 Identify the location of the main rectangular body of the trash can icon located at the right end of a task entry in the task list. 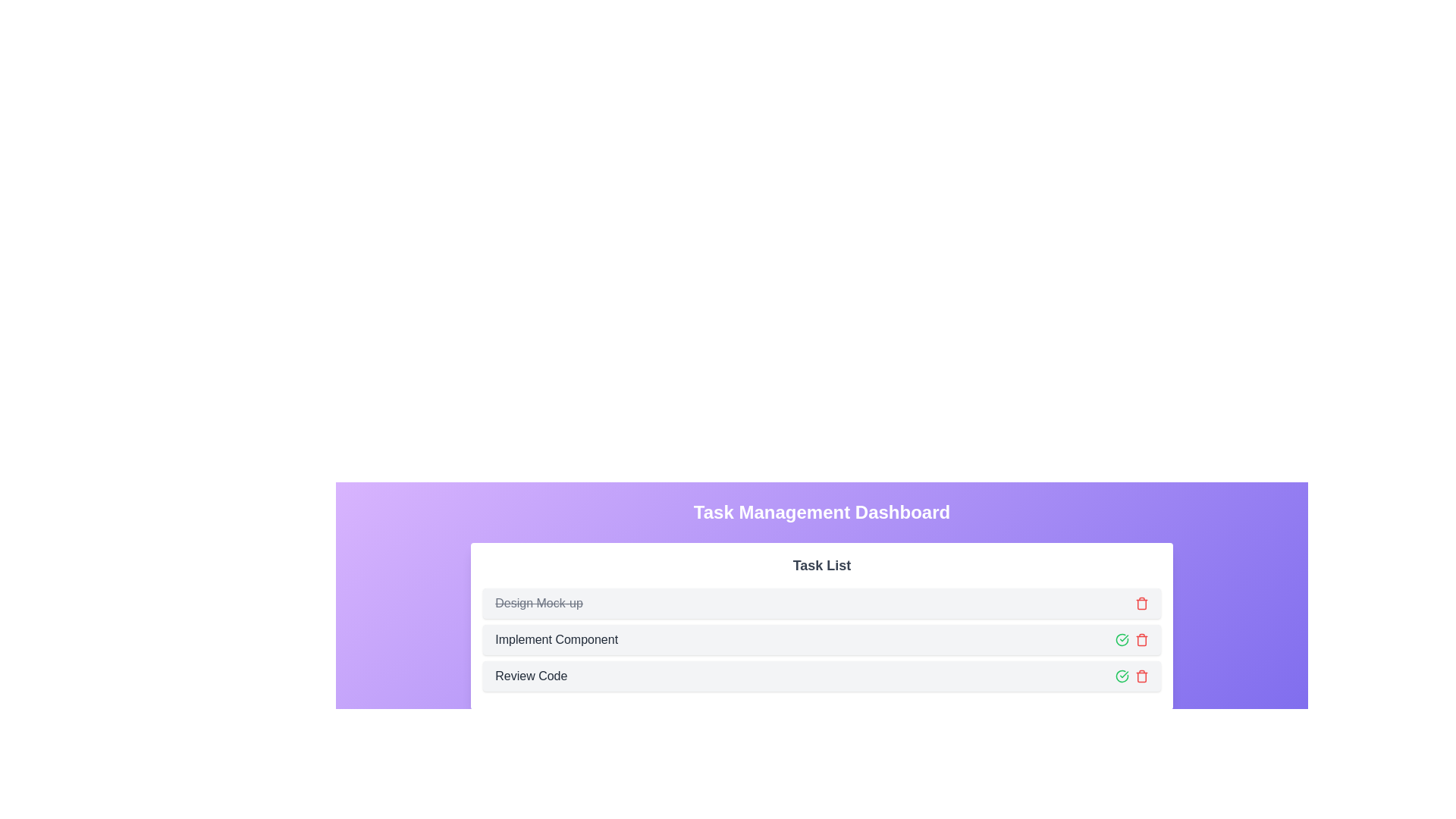
(1141, 604).